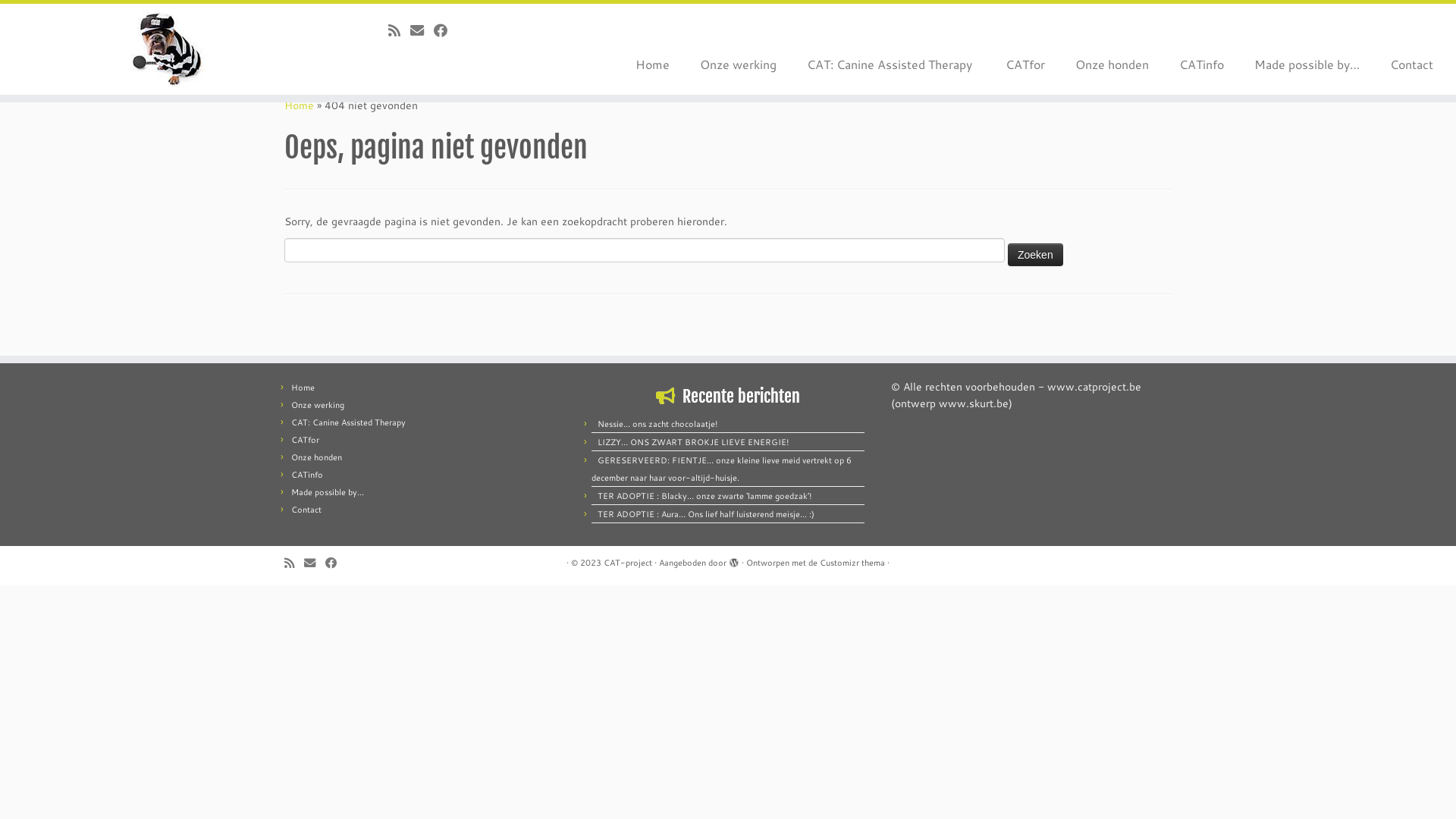 The width and height of the screenshot is (1456, 819). What do you see at coordinates (291, 403) in the screenshot?
I see `'Onze werking'` at bounding box center [291, 403].